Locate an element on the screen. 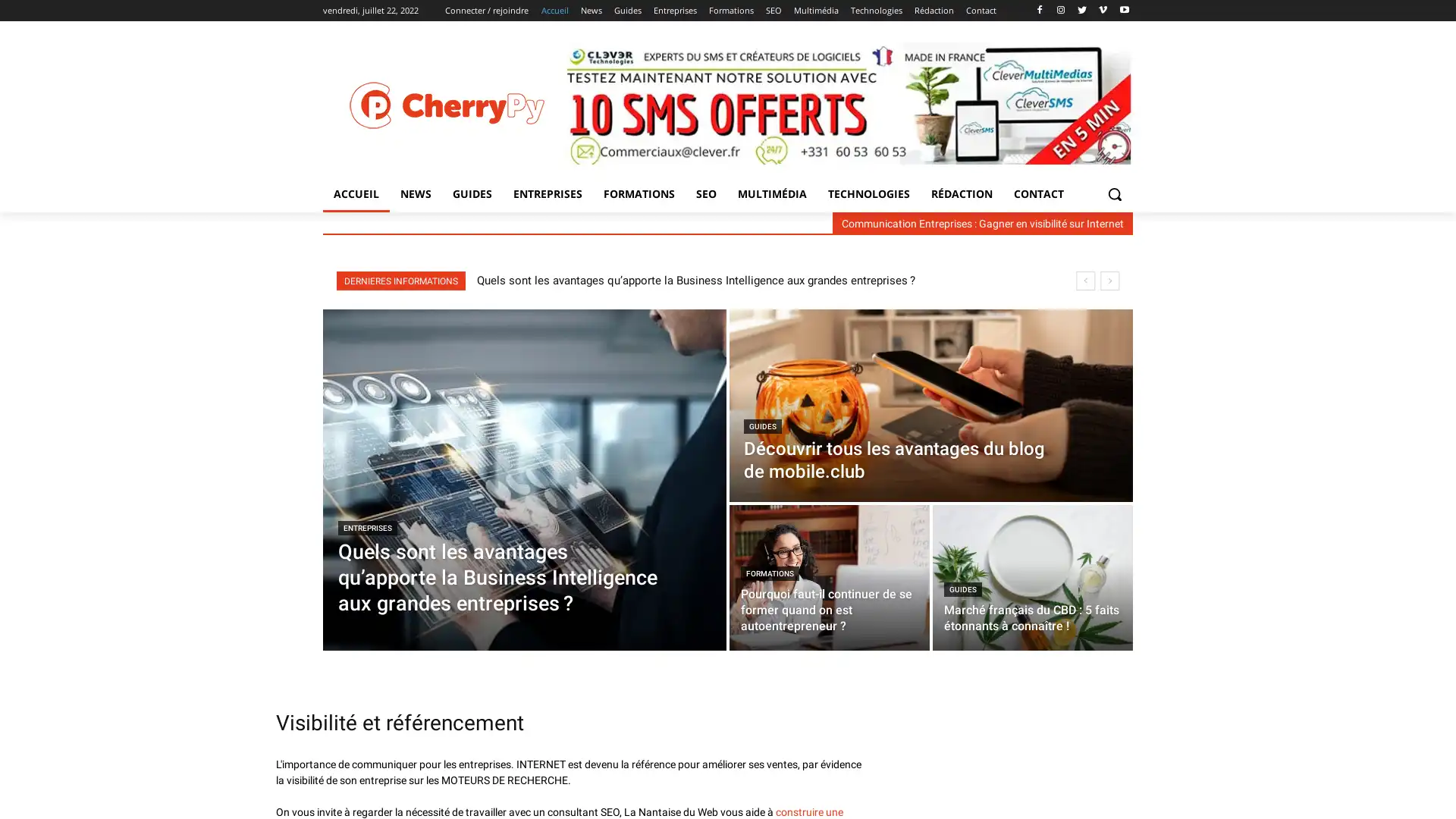 The image size is (1456, 819). Search is located at coordinates (1114, 193).